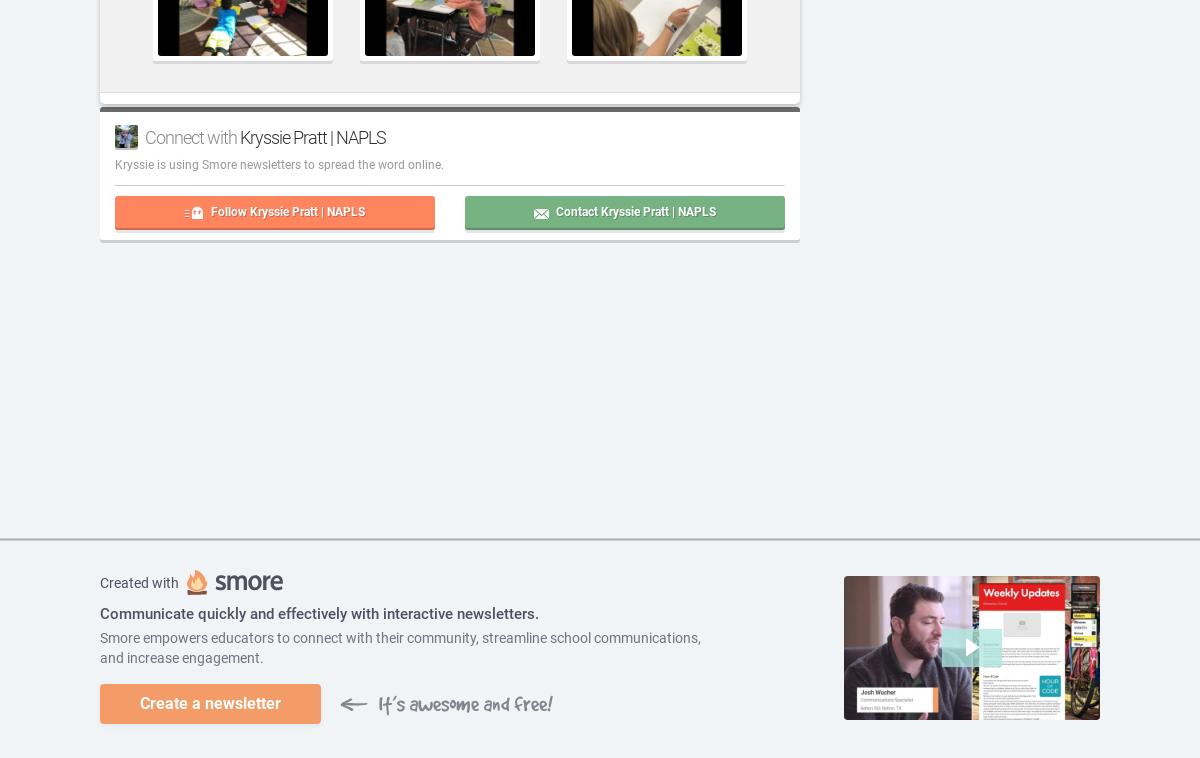 This screenshot has height=758, width=1200. What do you see at coordinates (99, 638) in the screenshot?
I see `'Smore empowers educators to connect with their community, streamline school communications,'` at bounding box center [99, 638].